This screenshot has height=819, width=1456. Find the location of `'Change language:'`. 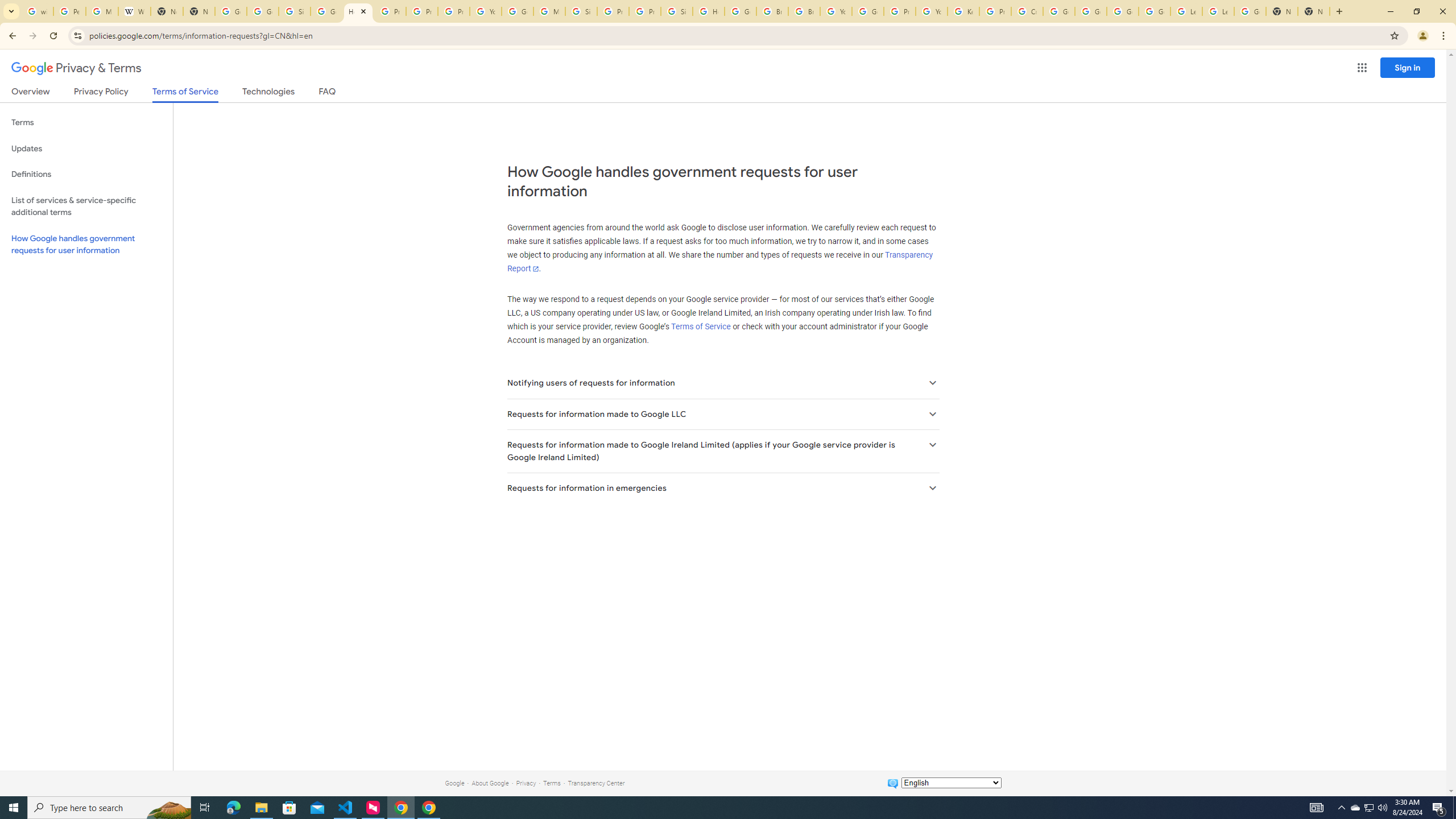

'Change language:' is located at coordinates (950, 781).